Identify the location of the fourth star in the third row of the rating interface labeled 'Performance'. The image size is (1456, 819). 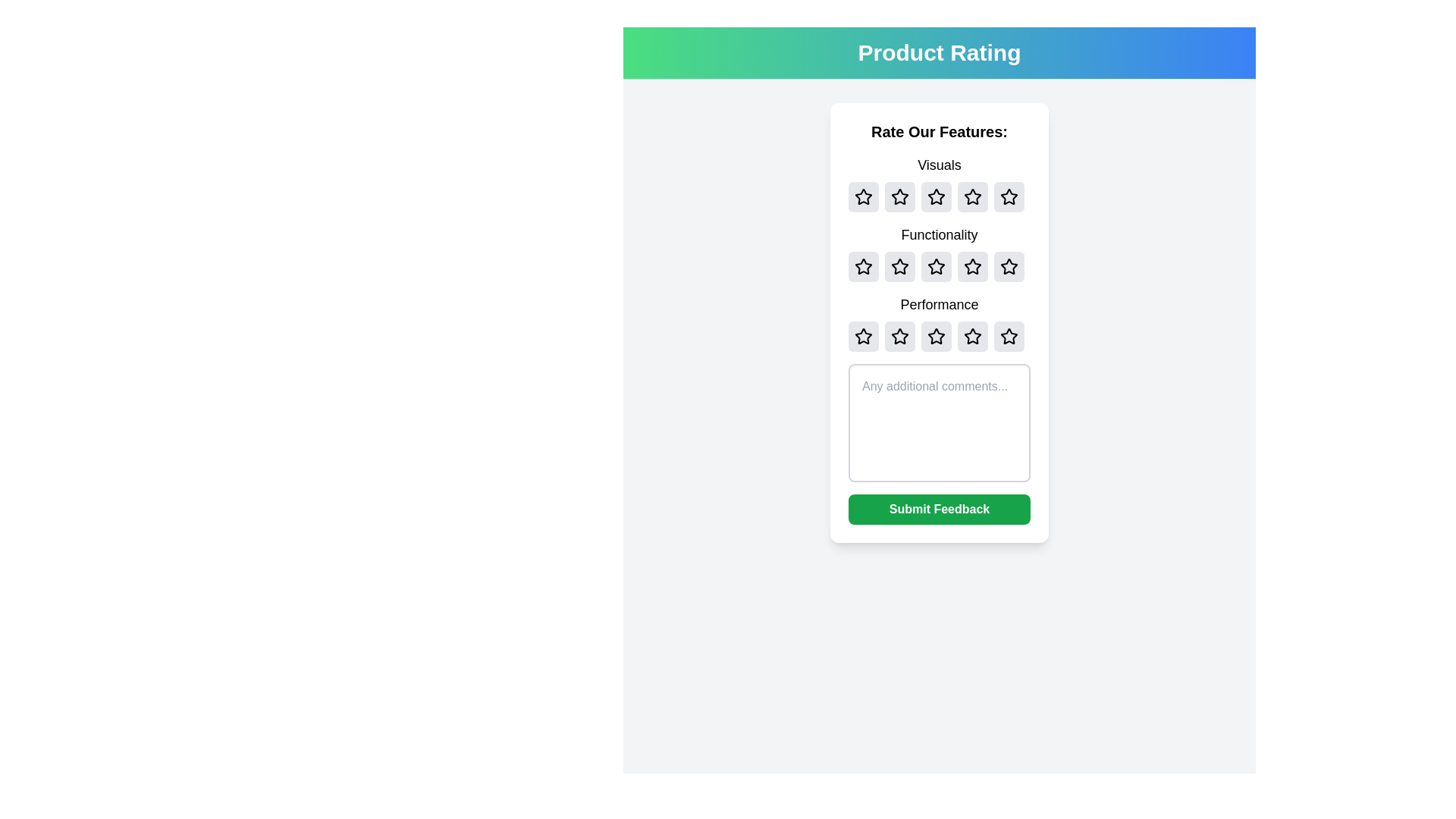
(972, 335).